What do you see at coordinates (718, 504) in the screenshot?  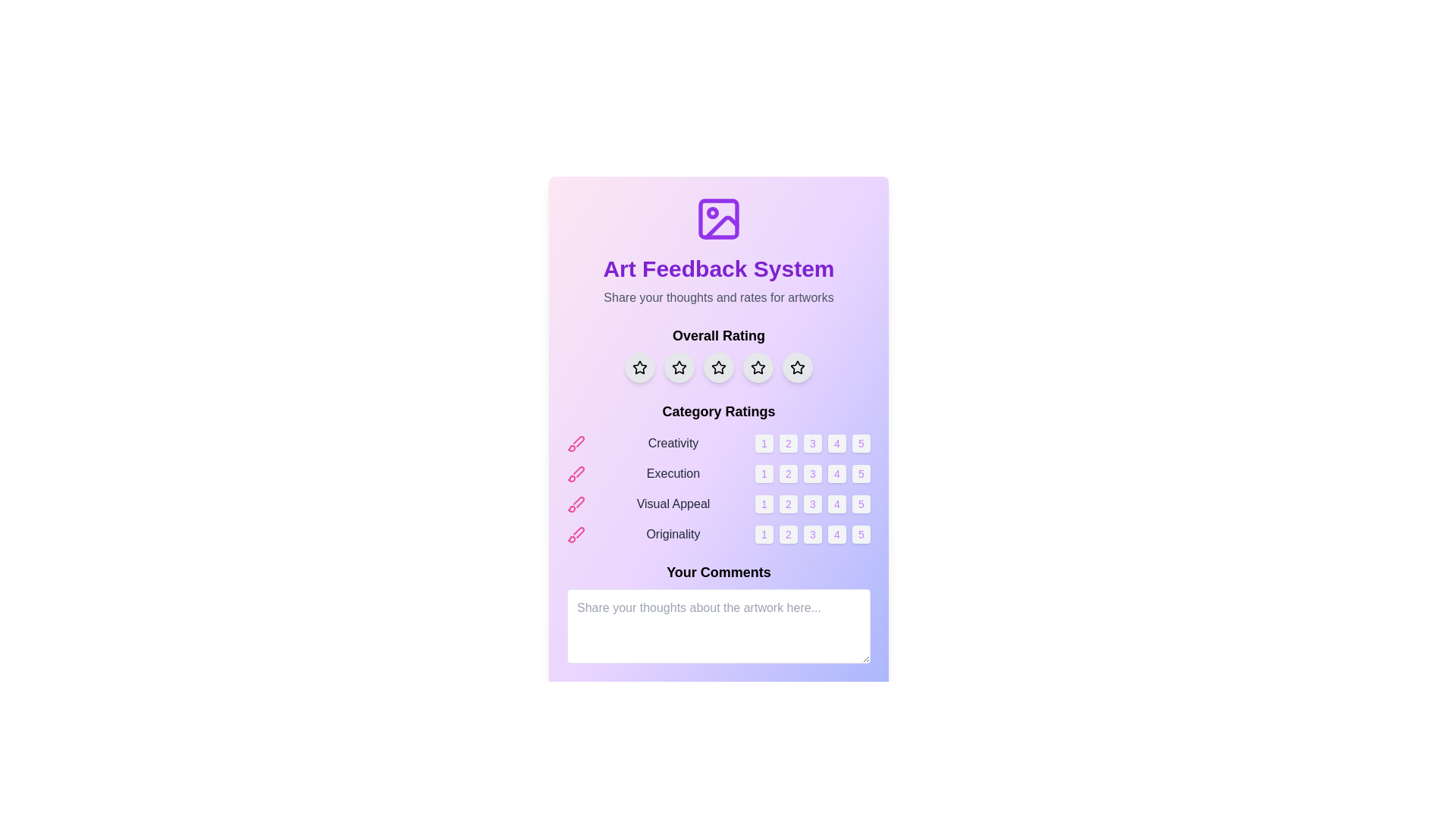 I see `the number 1 in the Rating Selector located in the 'Category Ratings' section, specifically the third item after 'Creativity' and 'Execution', to rate with the lowest score` at bounding box center [718, 504].